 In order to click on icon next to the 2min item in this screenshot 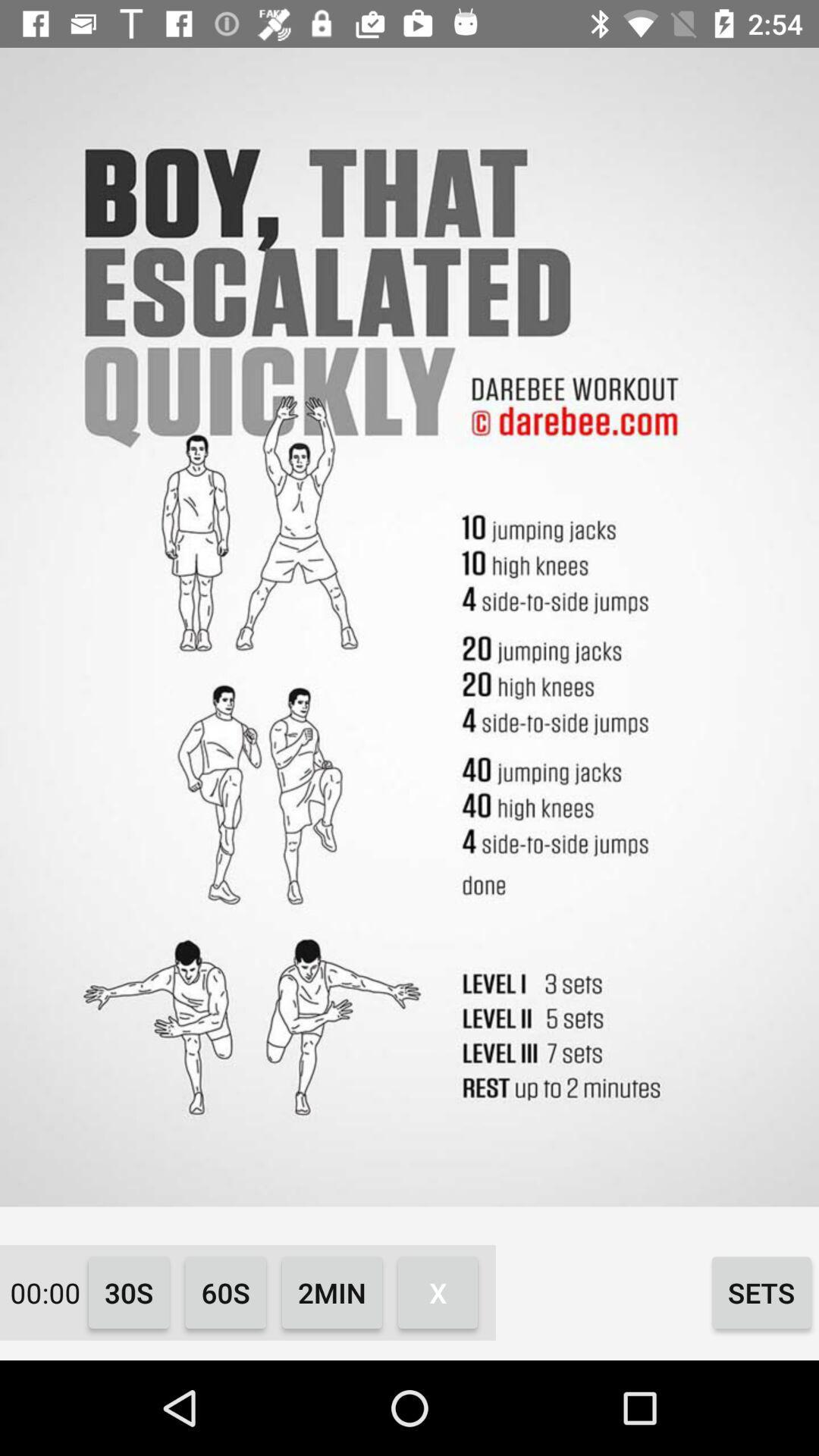, I will do `click(225, 1291)`.